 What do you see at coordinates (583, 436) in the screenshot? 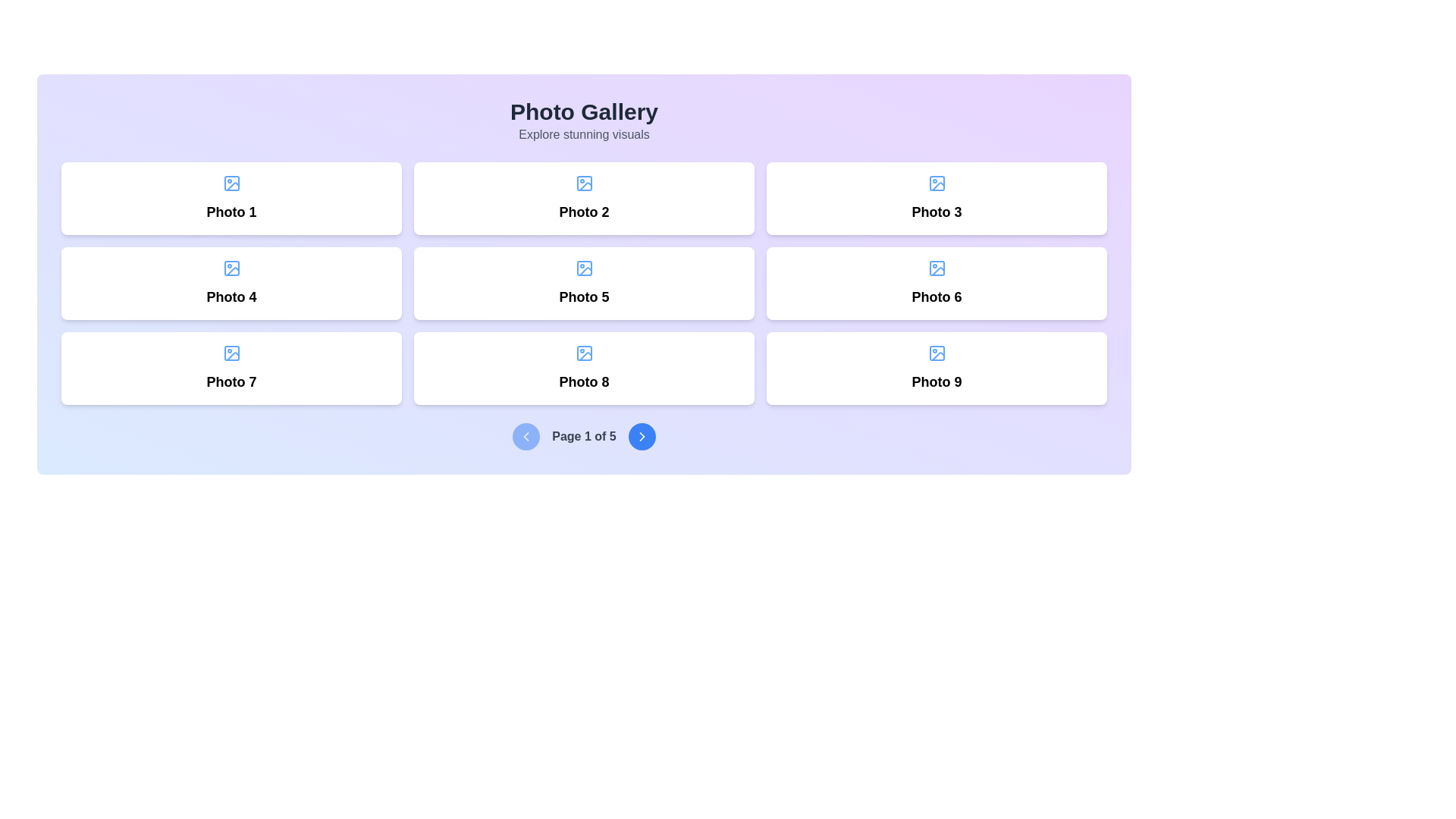
I see `the text label displaying 'Page 1 of 5', which is styled with gray color and bold font, located at the bottom of the interface between two blue circular navigation buttons` at bounding box center [583, 436].